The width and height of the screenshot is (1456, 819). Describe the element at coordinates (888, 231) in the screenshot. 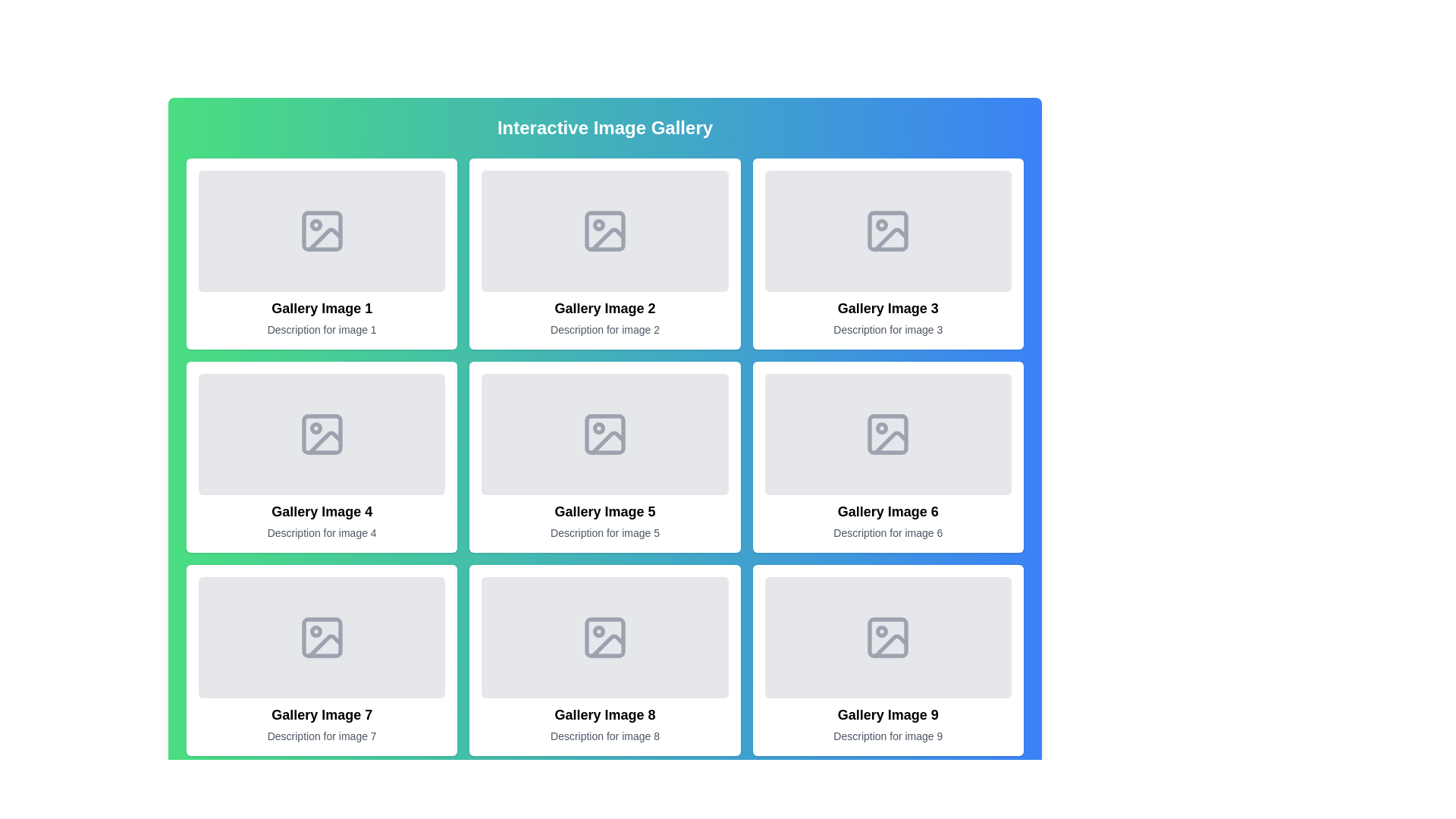

I see `the space around the rectangular graphical component inside the 'Gallery Image 3' placeholder icon located in the top-right corner of the grid layout's first row` at that location.